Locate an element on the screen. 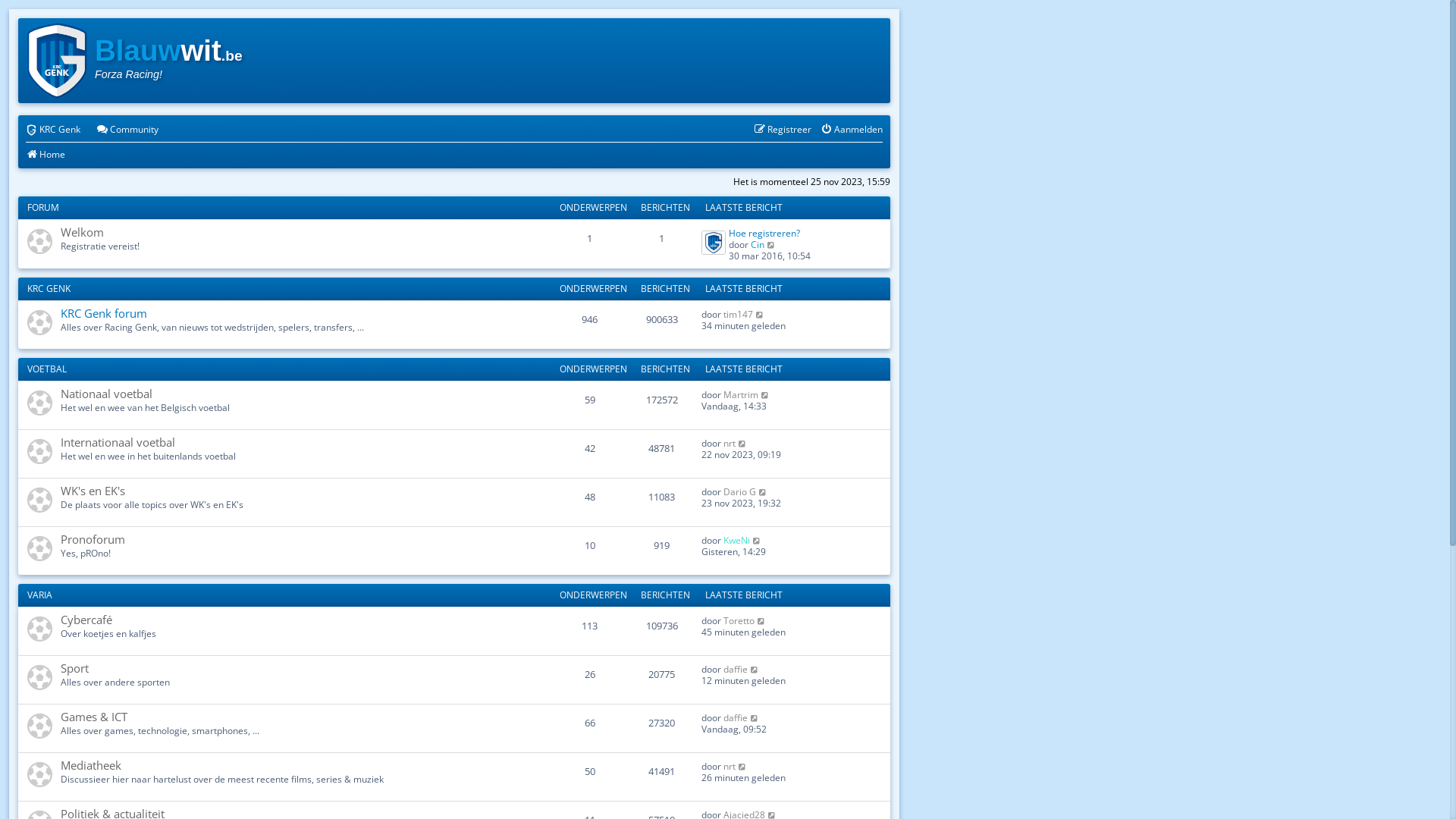 This screenshot has width=1456, height=819. 'KRC GENK' is located at coordinates (27, 288).